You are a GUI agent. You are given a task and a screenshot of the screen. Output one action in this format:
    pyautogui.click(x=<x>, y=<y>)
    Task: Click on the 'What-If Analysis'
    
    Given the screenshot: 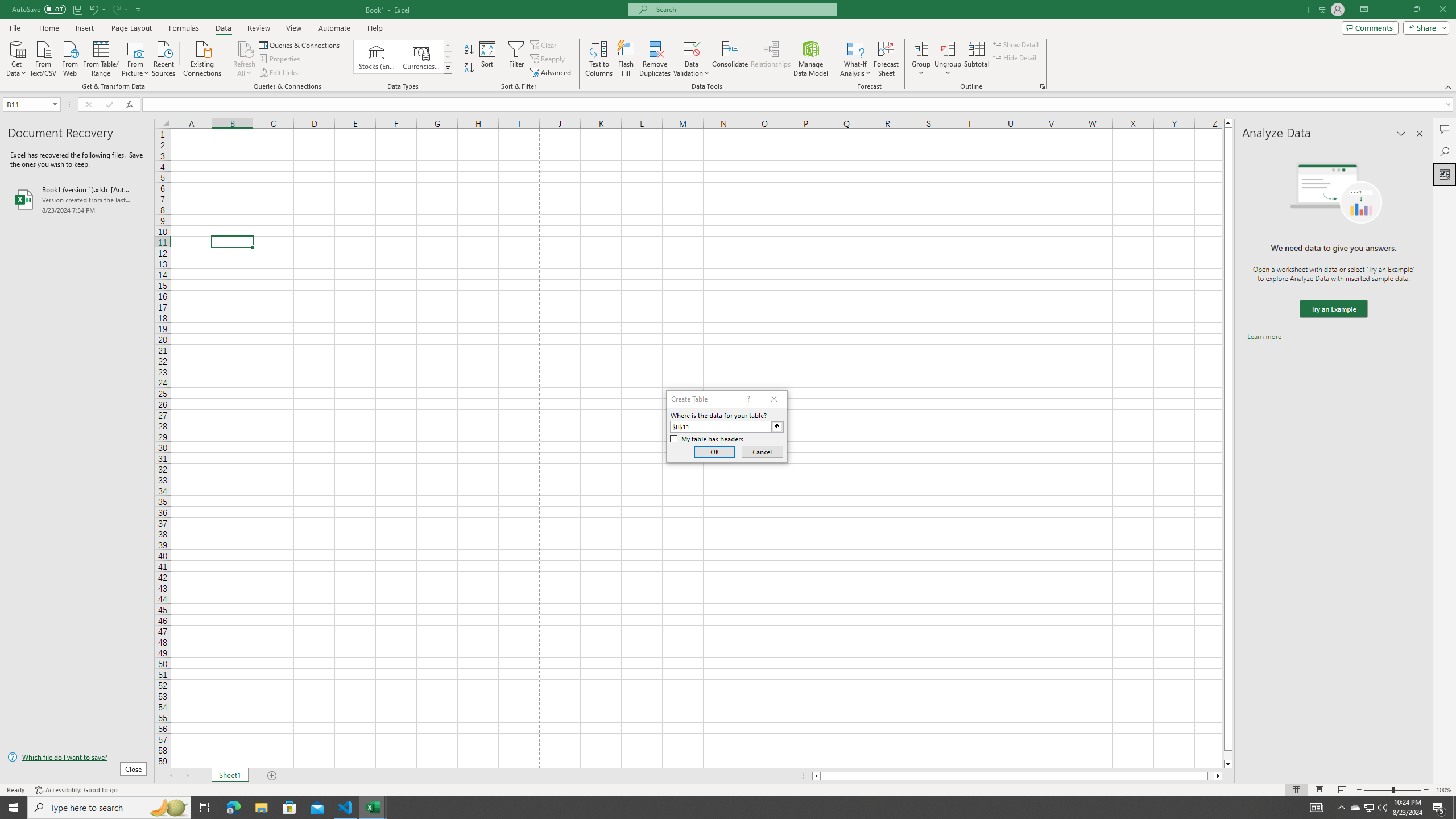 What is the action you would take?
    pyautogui.click(x=855, y=59)
    